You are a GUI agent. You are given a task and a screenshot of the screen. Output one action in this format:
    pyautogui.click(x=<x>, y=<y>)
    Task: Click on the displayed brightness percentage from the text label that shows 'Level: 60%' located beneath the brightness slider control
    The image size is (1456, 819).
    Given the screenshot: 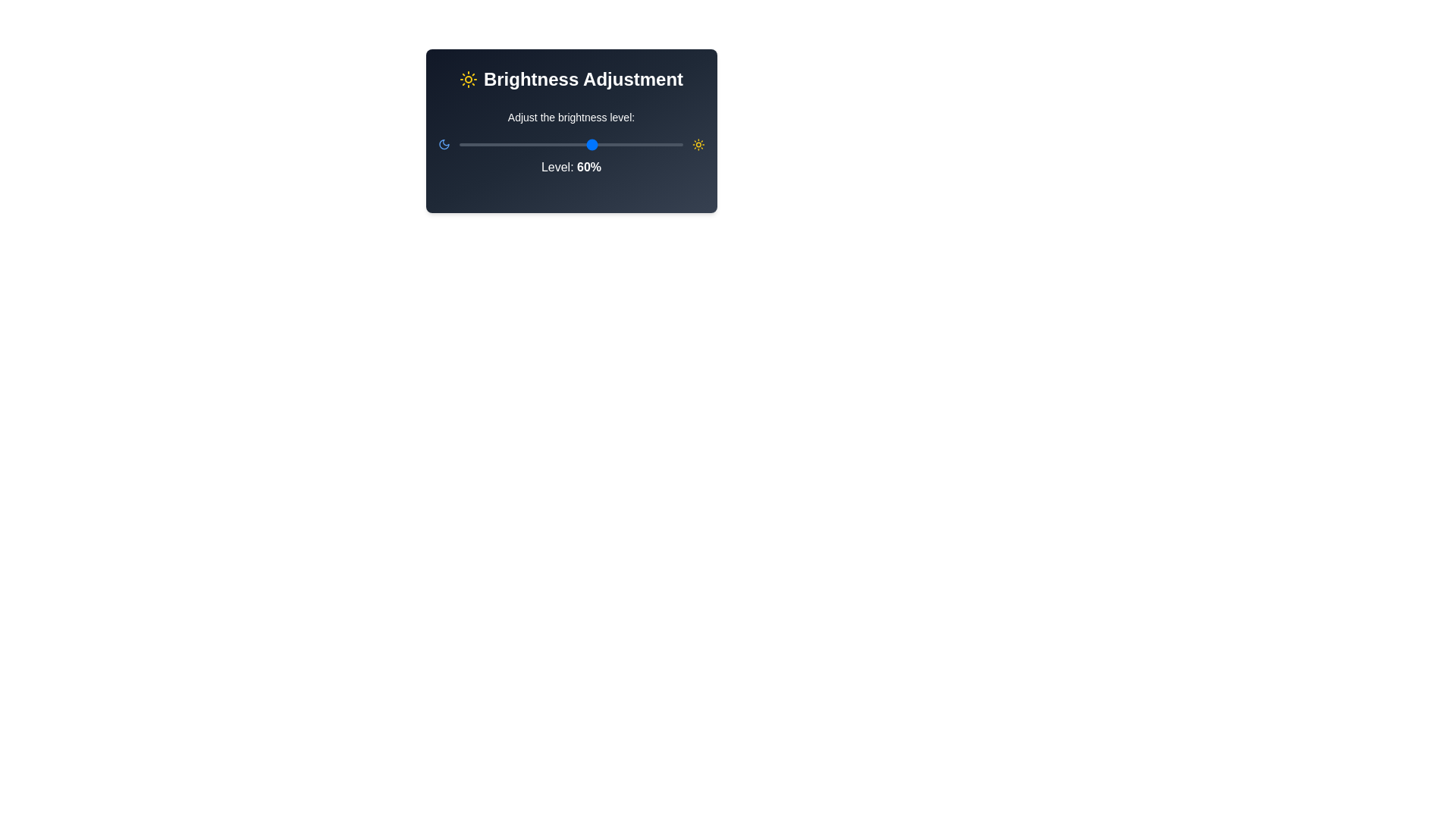 What is the action you would take?
    pyautogui.click(x=570, y=167)
    